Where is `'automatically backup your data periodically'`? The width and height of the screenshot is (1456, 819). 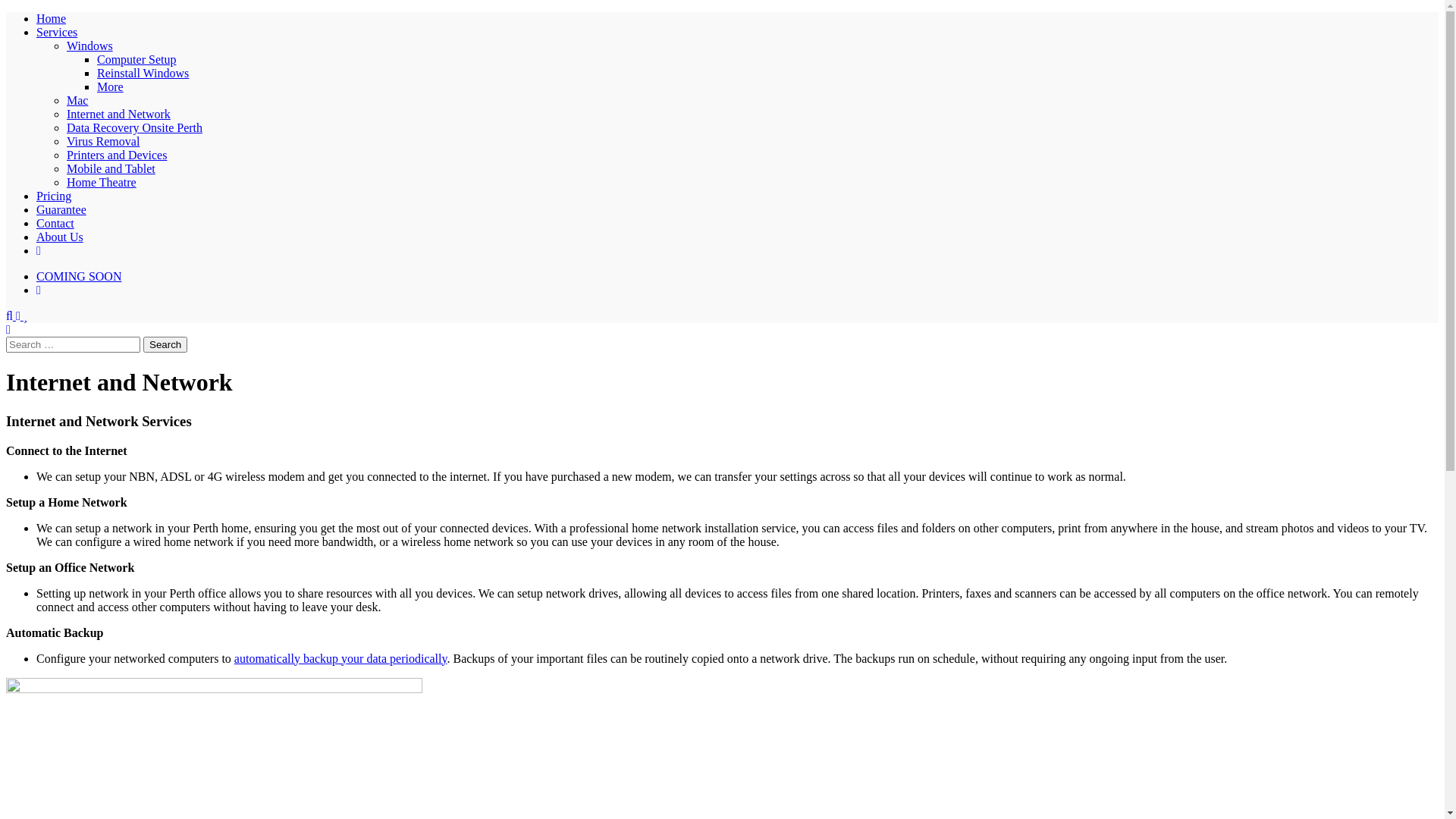 'automatically backup your data periodically' is located at coordinates (233, 657).